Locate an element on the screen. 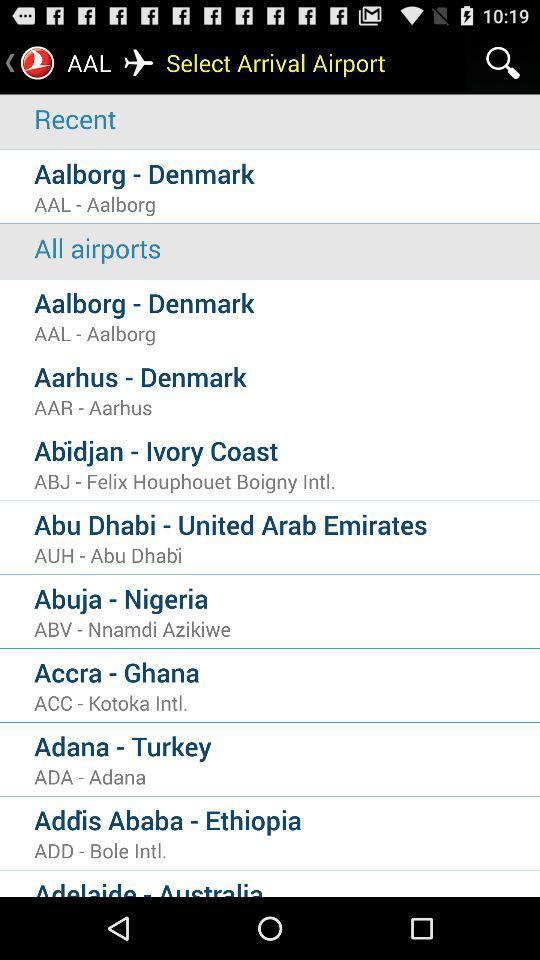 The height and width of the screenshot is (960, 540). the icon below ada - adana is located at coordinates (286, 819).